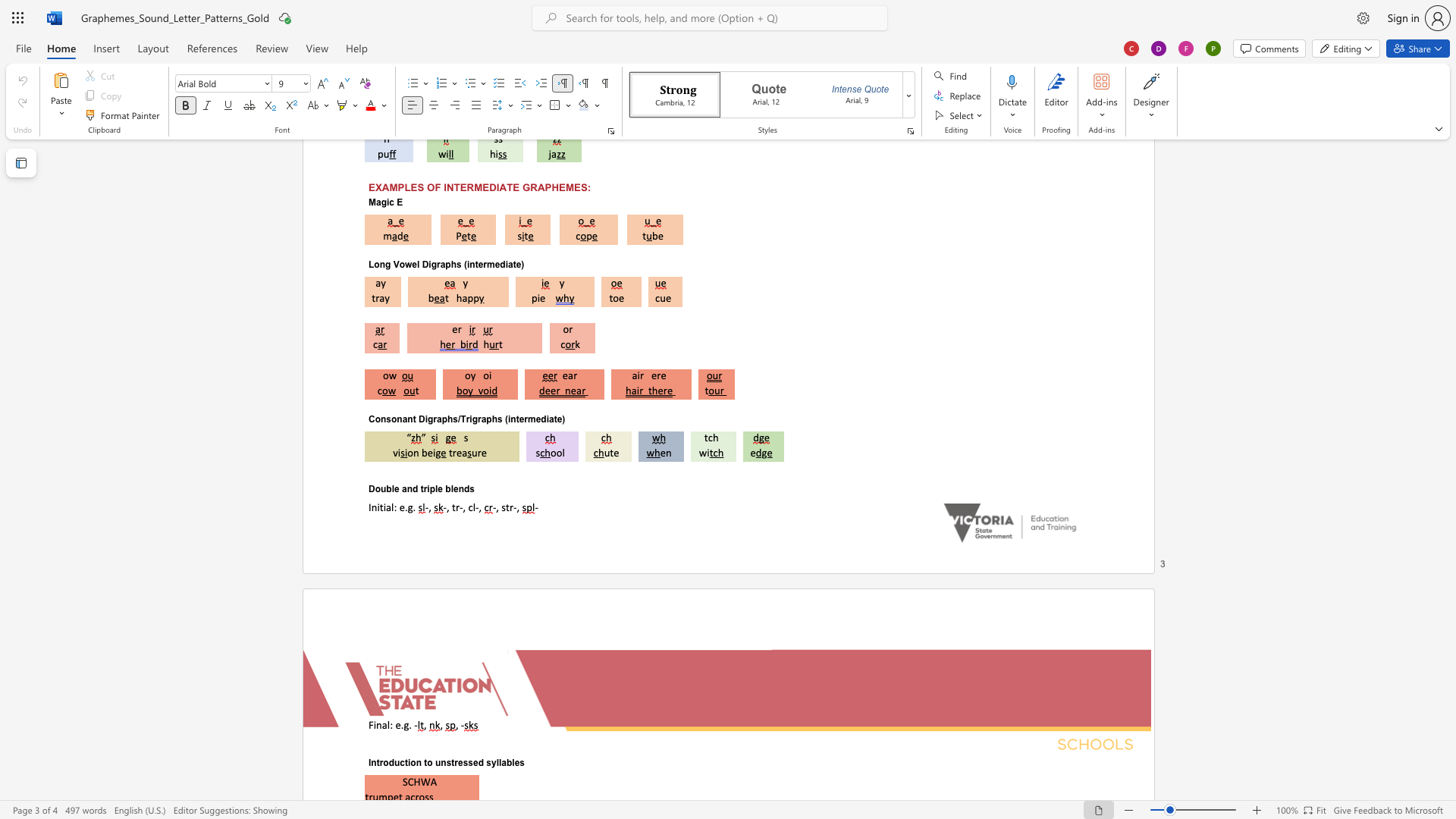 The width and height of the screenshot is (1456, 819). I want to click on the 3th character "," in the text, so click(479, 507).